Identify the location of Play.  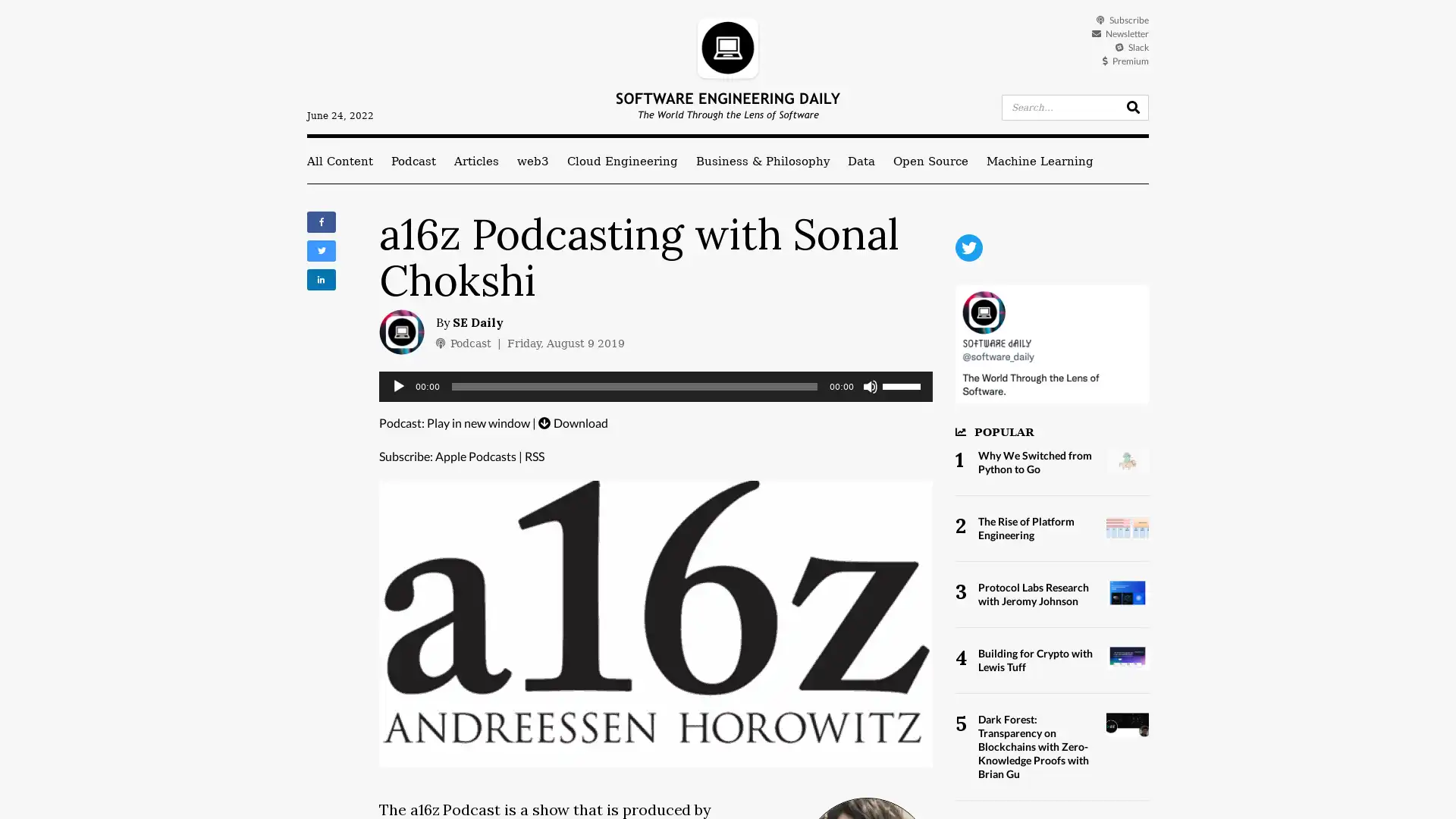
(397, 385).